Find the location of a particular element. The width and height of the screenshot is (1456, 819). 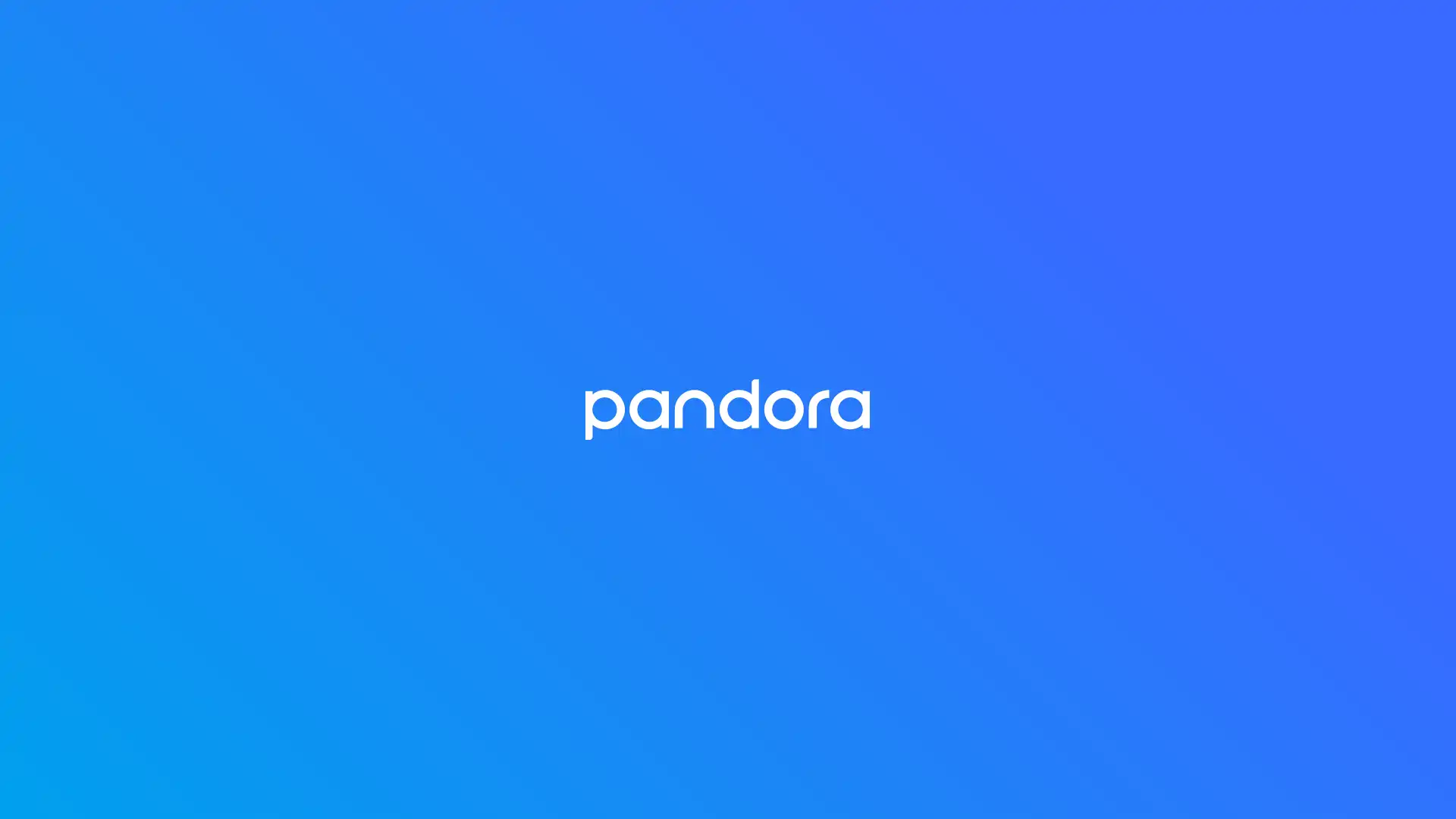

Play 7. Building Ethics Into Education 7. Building Ethics Into Education Dec 16, 2020 29:55 more ... The ongoing pandemic has forced us to take a closer look at the American education system. With many schools shuttering across the country, it has become clear that marginalized communities are less likely to receive safe, in-person education than historically privileged groups. Should schools reopen if it means exacerbating these already wide socioeconomic inequalities? The field of educational ethics  developed by Professor Meira Levinson from the Harvard Graduate School of Education  can help educators and policymakers answer moral quandaries like this one. In this episode of The Veritas Lab, Professor Levinson introduces educational ethics and its potential to remedy long-standing issues of injustice. Presented by the Harvard Crimson. Hosted by Katelyn Li and Sanjana Narayanan. Produced by Amanda Su. Podcast art by Margot Shang. is located at coordinates (974, 426).